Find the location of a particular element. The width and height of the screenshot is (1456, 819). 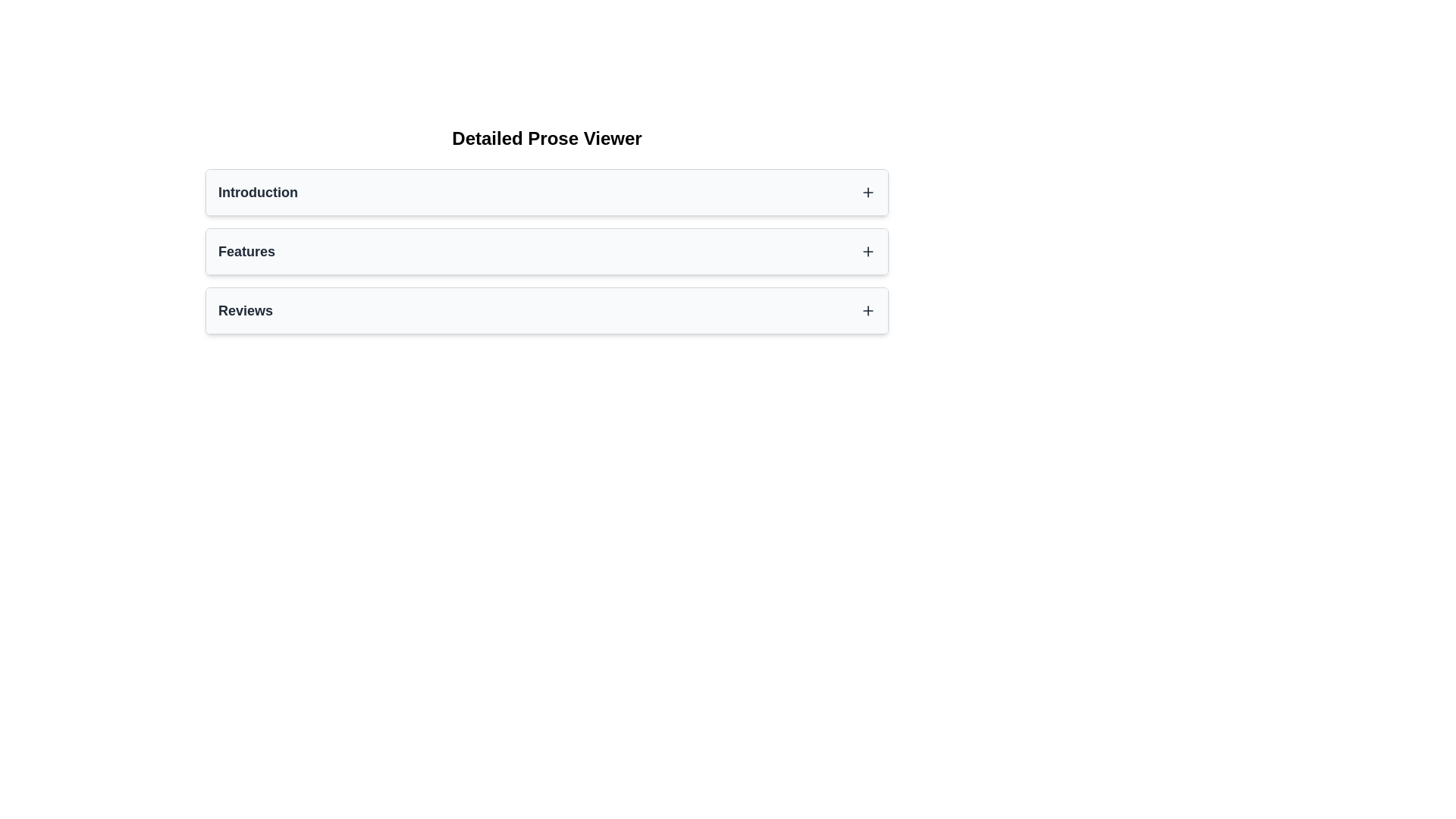

the interactive button/icon located at the far-right end of the 'Features' row is located at coordinates (868, 250).